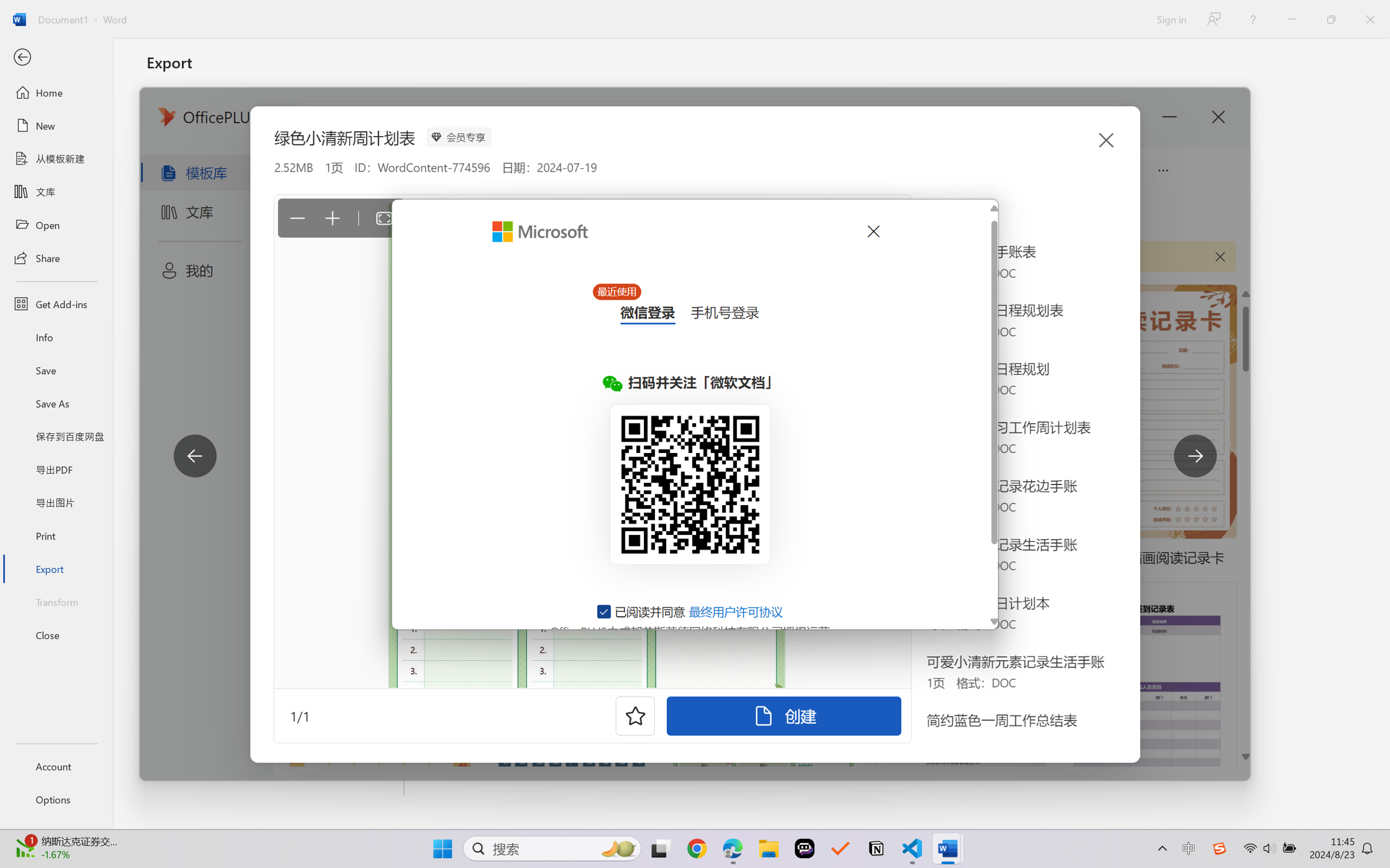 The width and height of the screenshot is (1390, 868). What do you see at coordinates (872, 231) in the screenshot?
I see `'Cancel'` at bounding box center [872, 231].